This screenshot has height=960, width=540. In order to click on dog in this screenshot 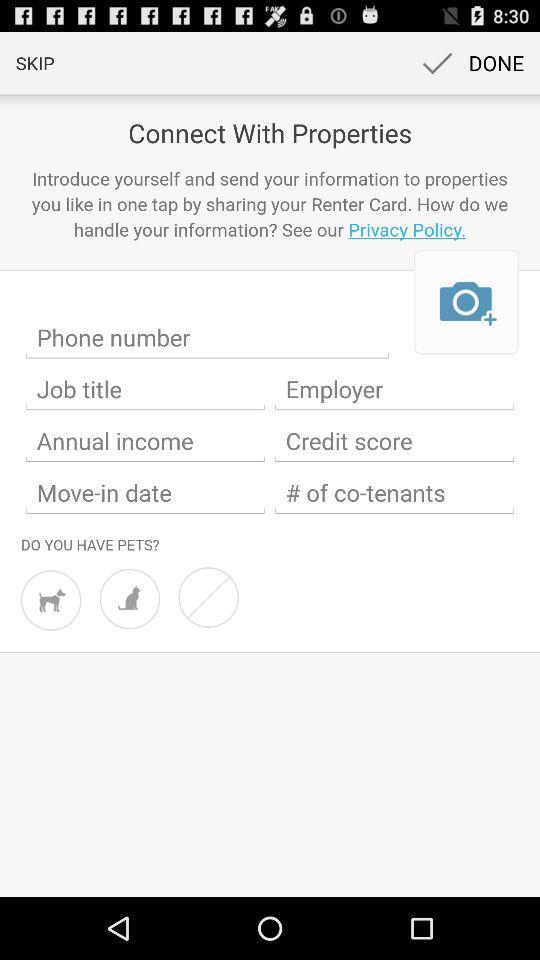, I will do `click(51, 600)`.